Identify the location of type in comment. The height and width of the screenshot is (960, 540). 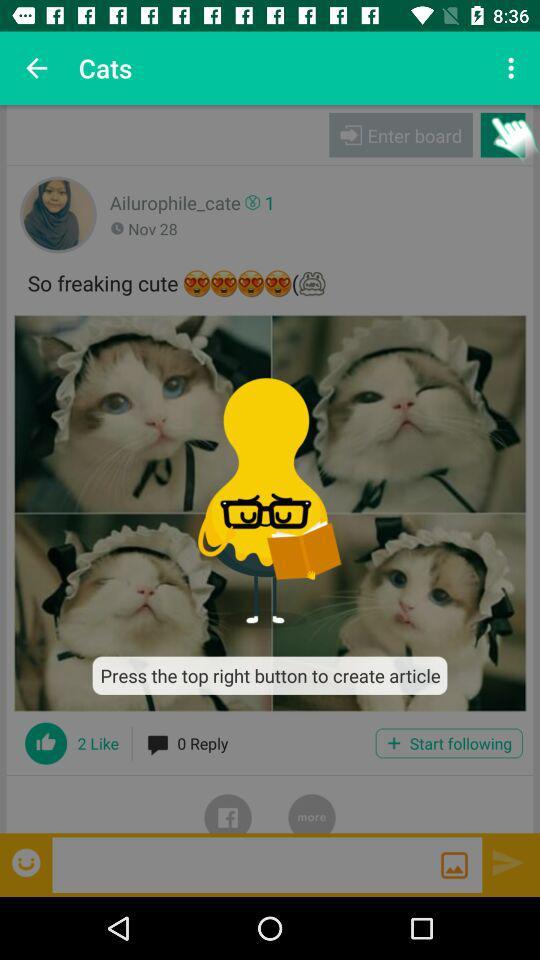
(246, 863).